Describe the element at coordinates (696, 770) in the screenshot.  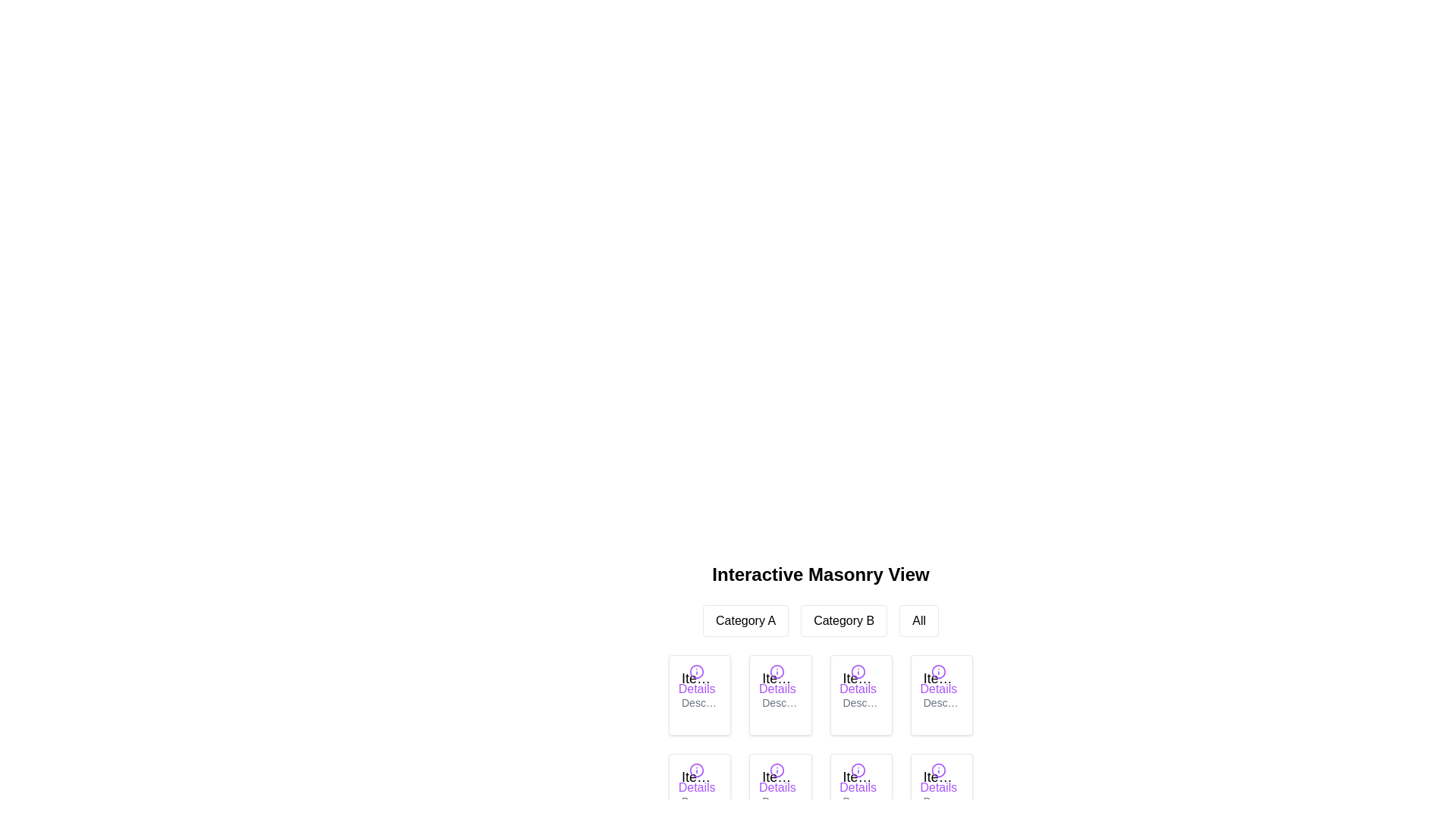
I see `the SVG-based icon located at the top-right of the first card in the second row` at that location.